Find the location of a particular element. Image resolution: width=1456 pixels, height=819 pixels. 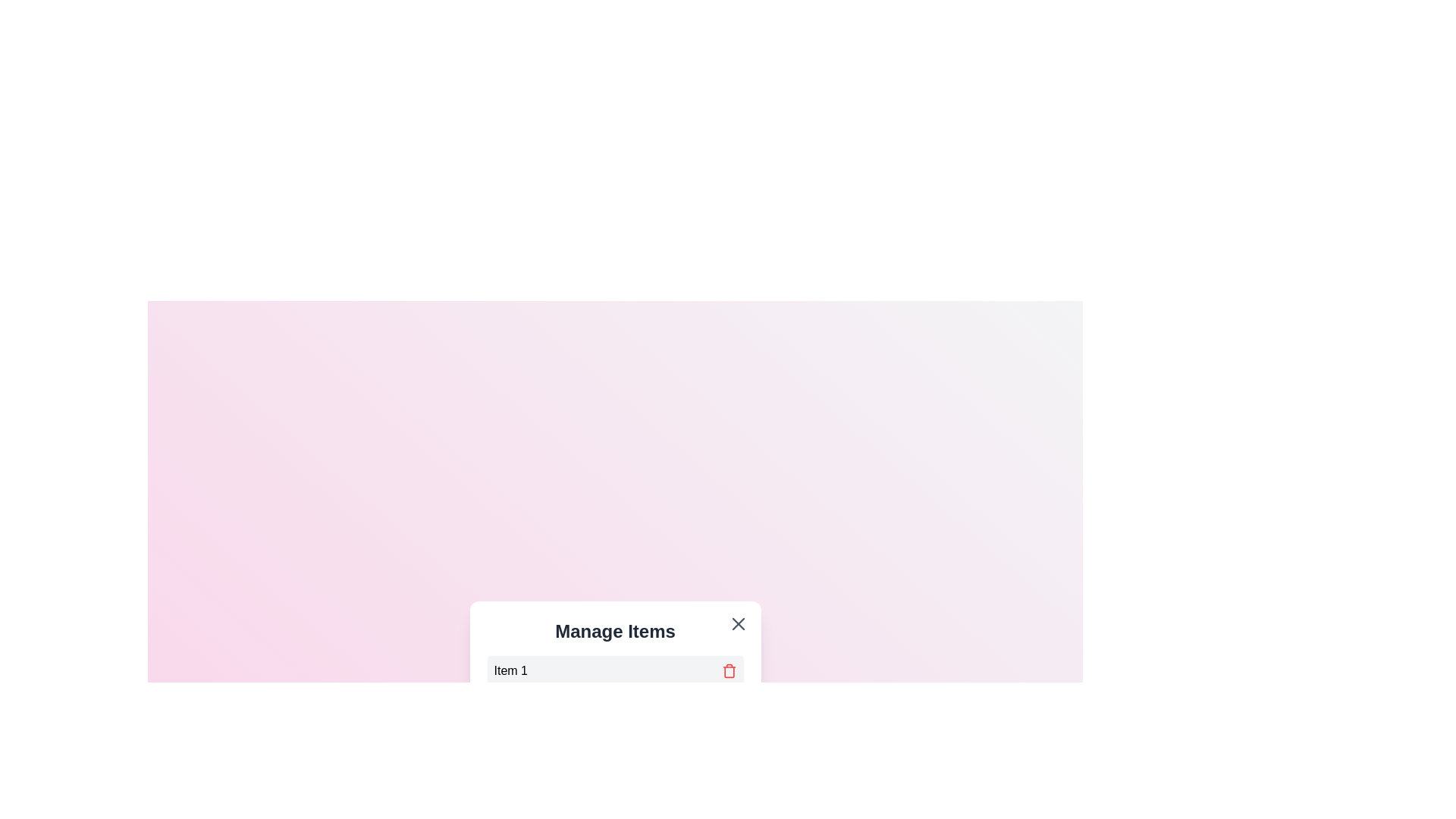

the trash icon next to the item Item 1 to delete it is located at coordinates (729, 670).